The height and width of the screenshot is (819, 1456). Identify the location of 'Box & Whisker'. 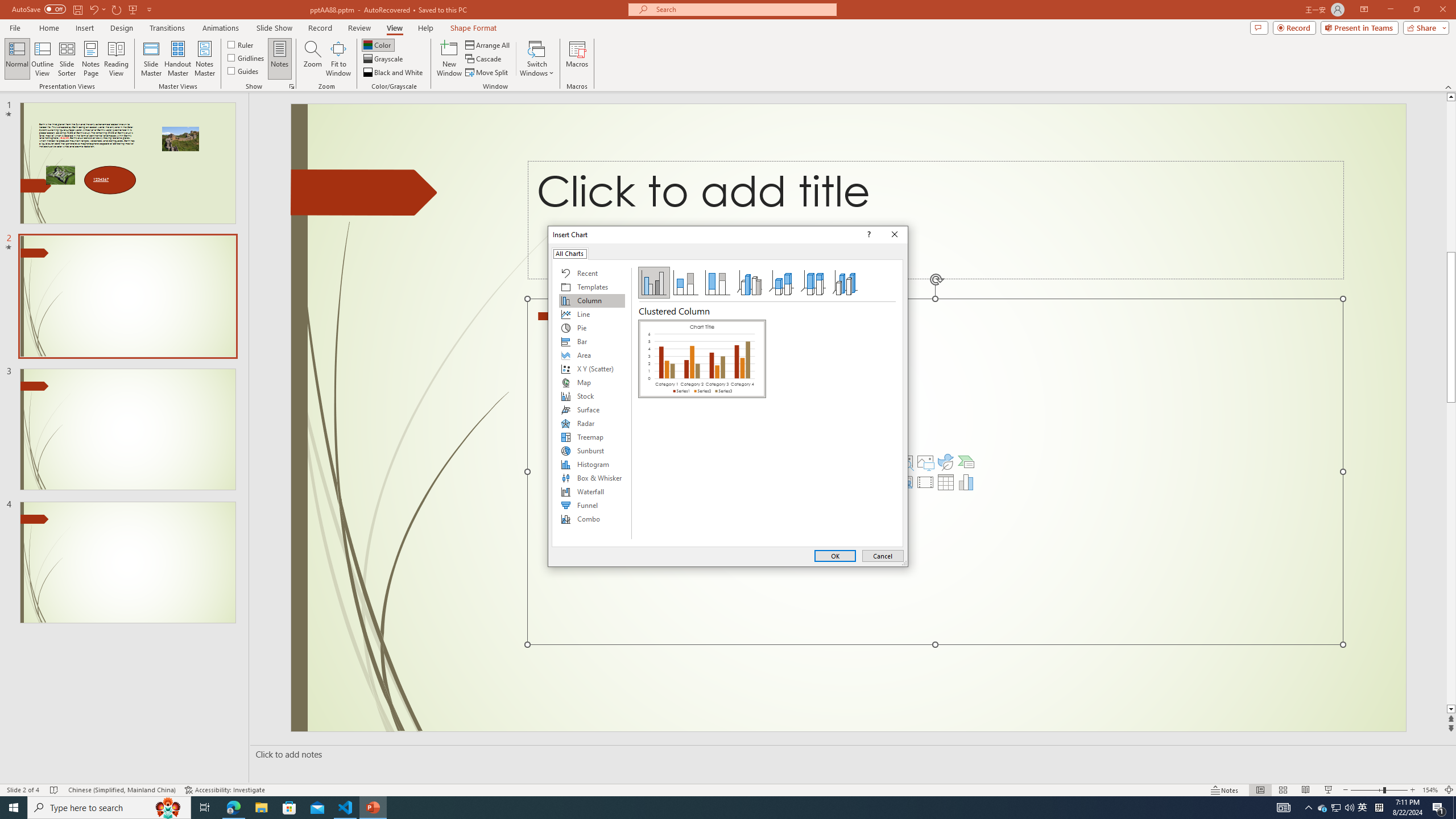
(591, 477).